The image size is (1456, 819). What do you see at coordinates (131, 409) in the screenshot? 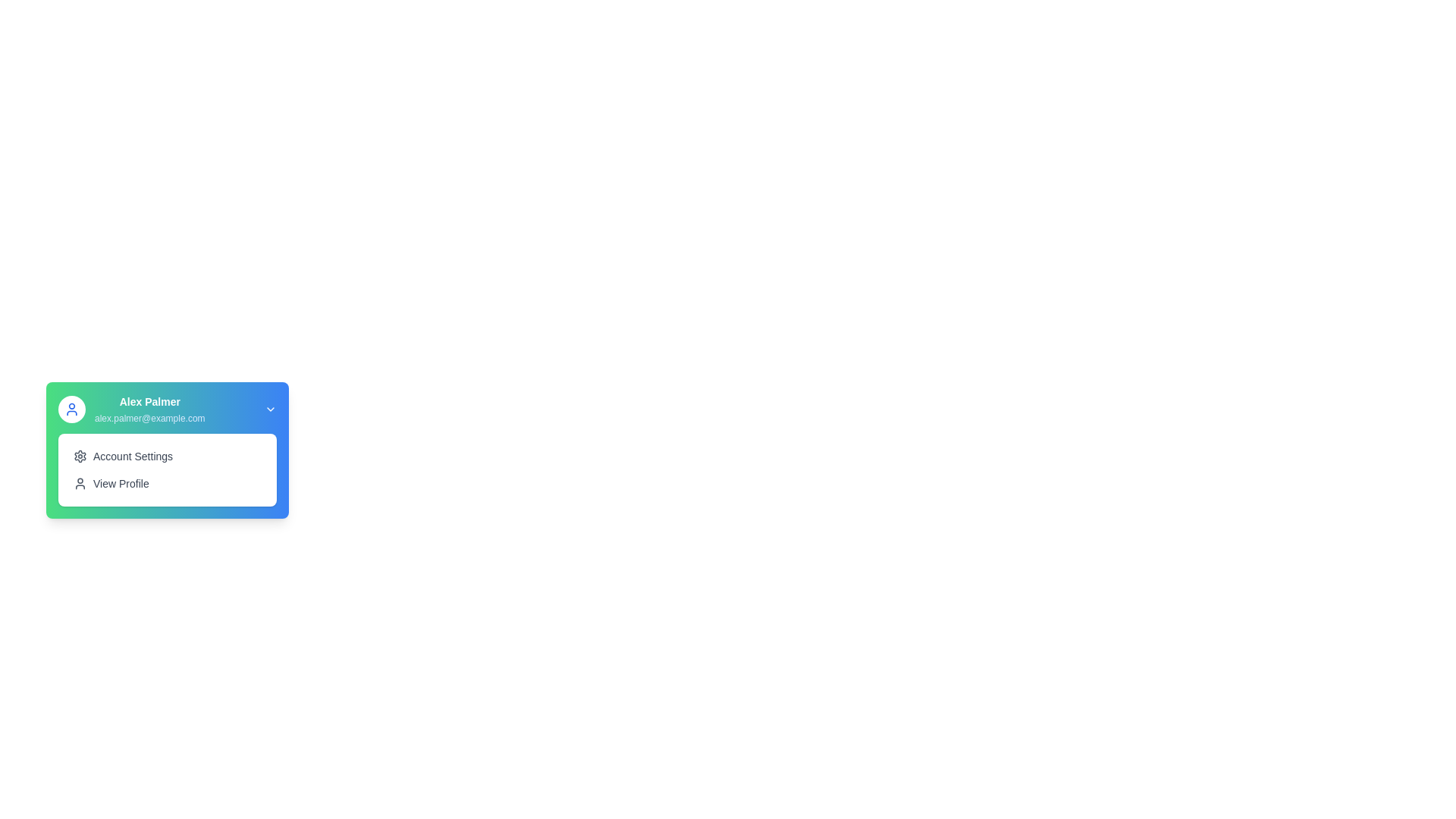
I see `the Profile display component located at the upper portion of the card` at bounding box center [131, 409].